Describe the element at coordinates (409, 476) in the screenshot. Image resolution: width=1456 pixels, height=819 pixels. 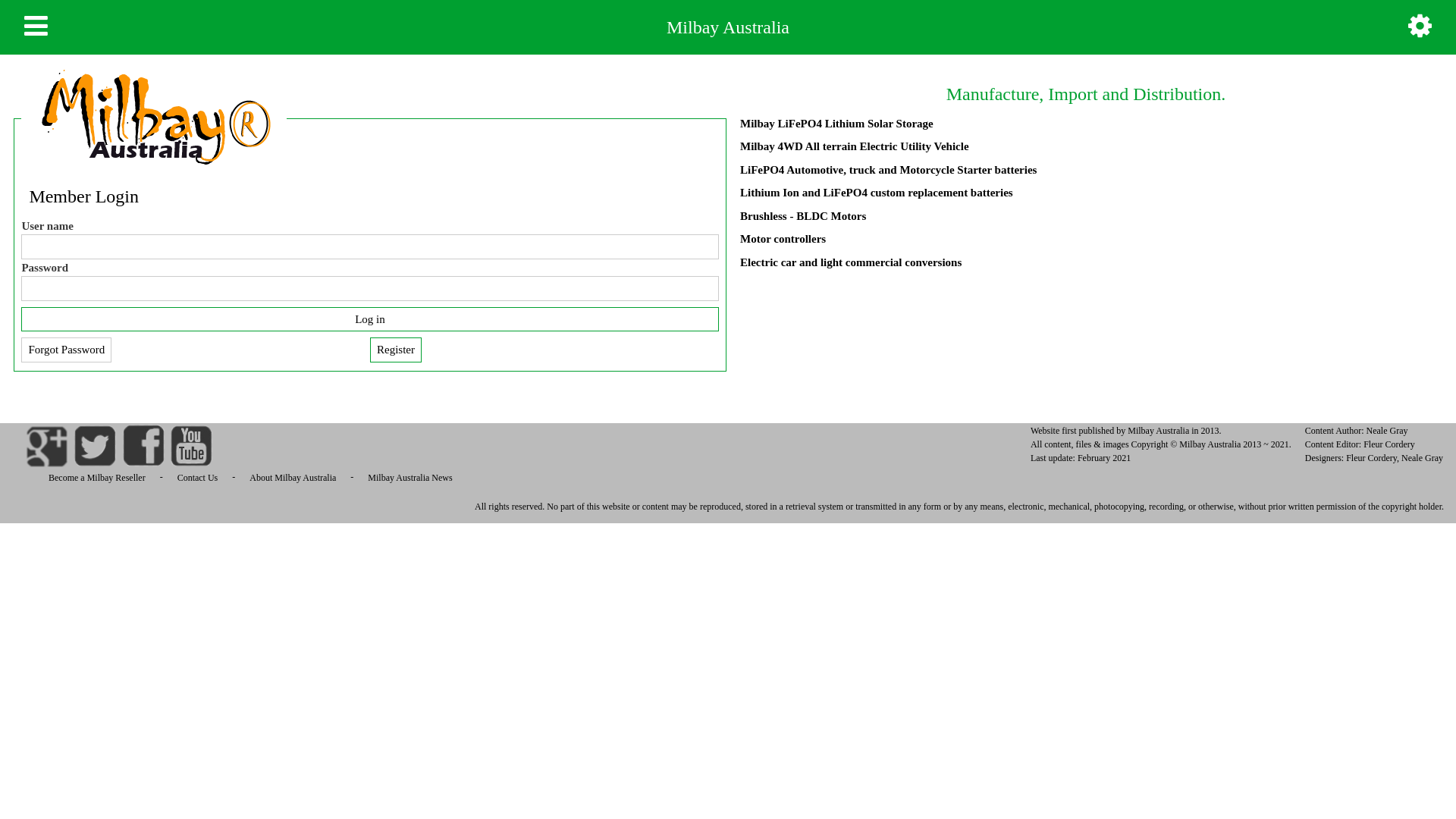
I see `'Milbay Australia News'` at that location.